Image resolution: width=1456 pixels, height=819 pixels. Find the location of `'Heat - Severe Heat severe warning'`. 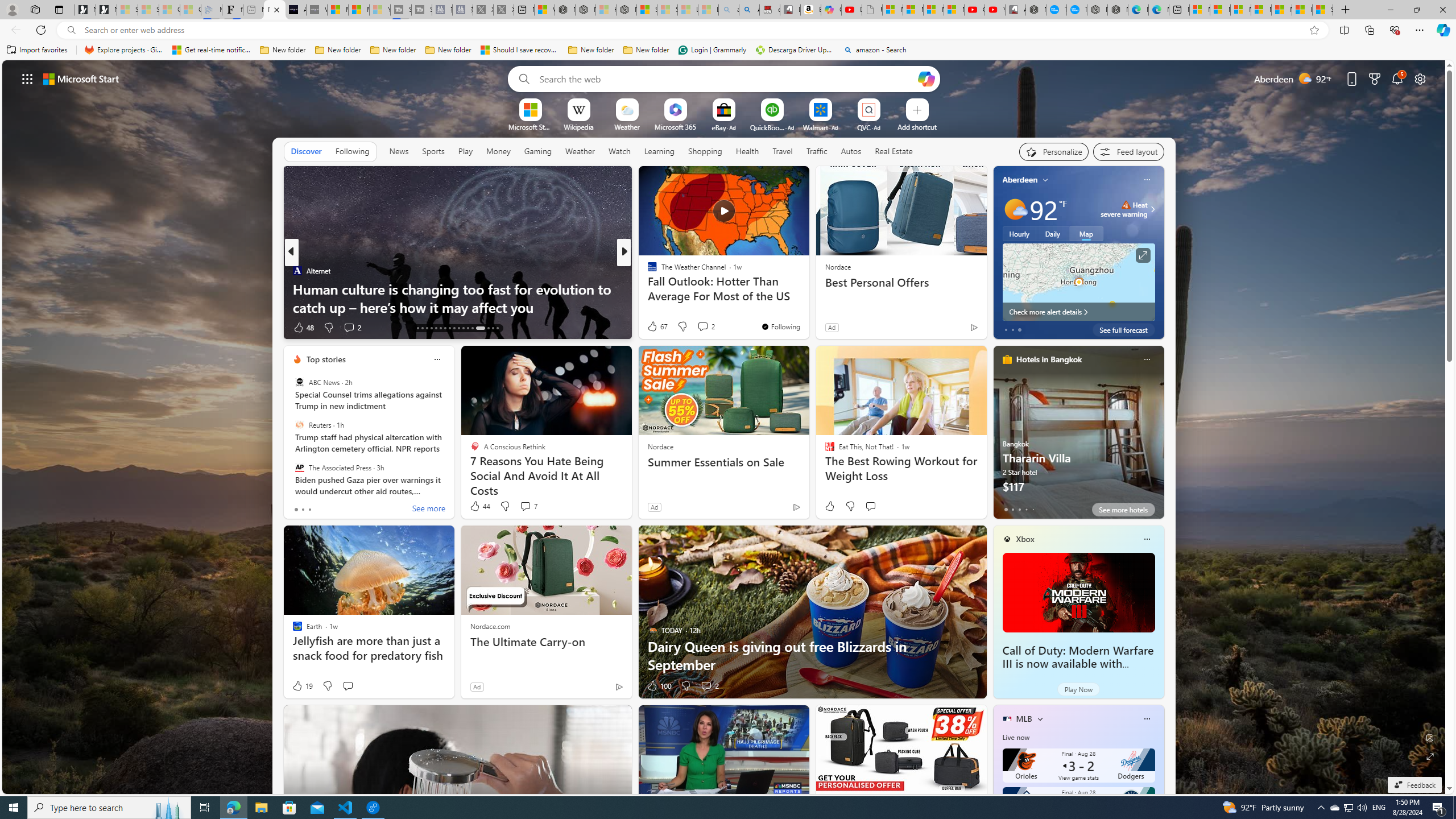

'Heat - Severe Heat severe warning' is located at coordinates (1124, 209).